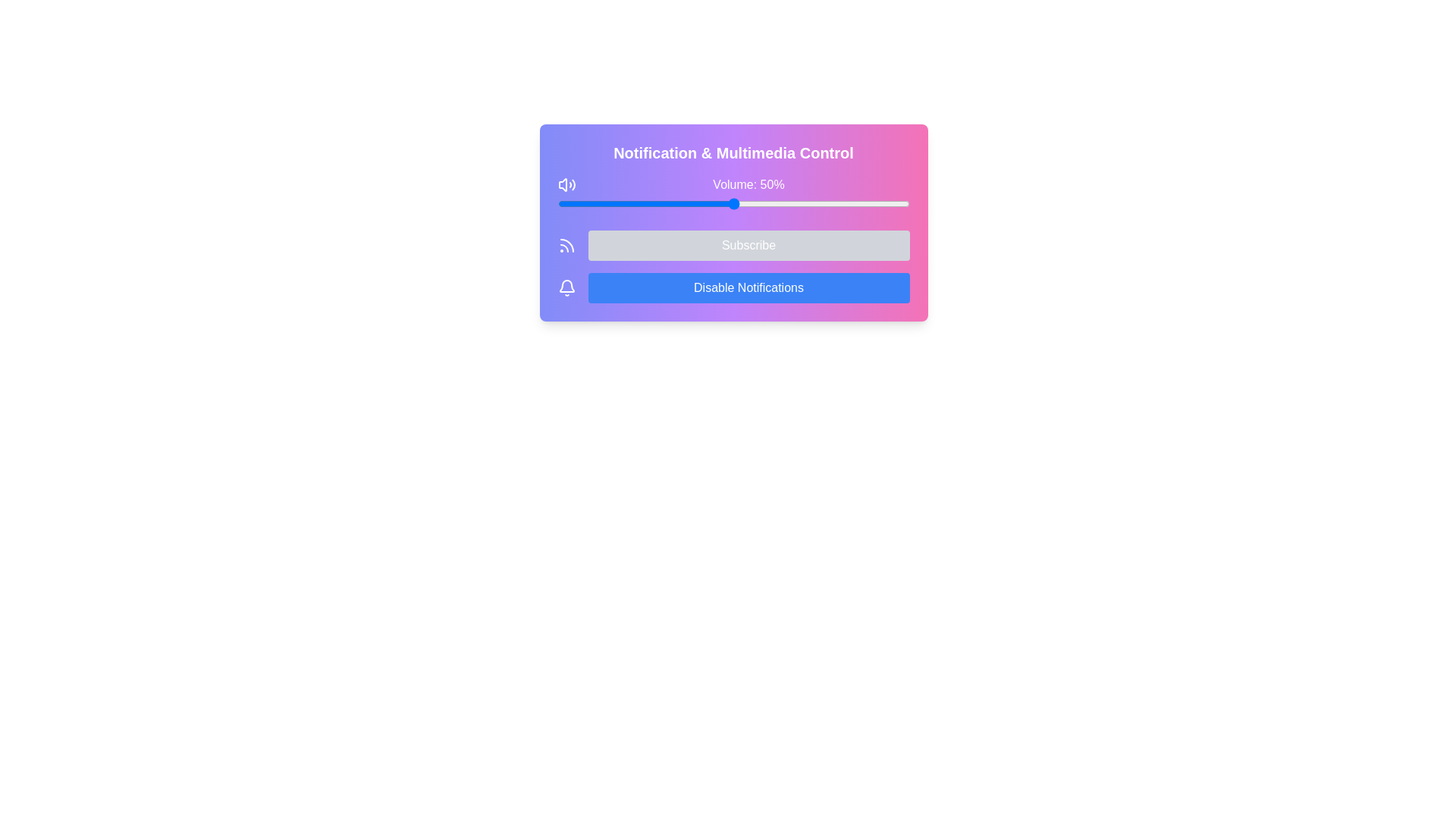  What do you see at coordinates (748, 288) in the screenshot?
I see `keyboard navigation` at bounding box center [748, 288].